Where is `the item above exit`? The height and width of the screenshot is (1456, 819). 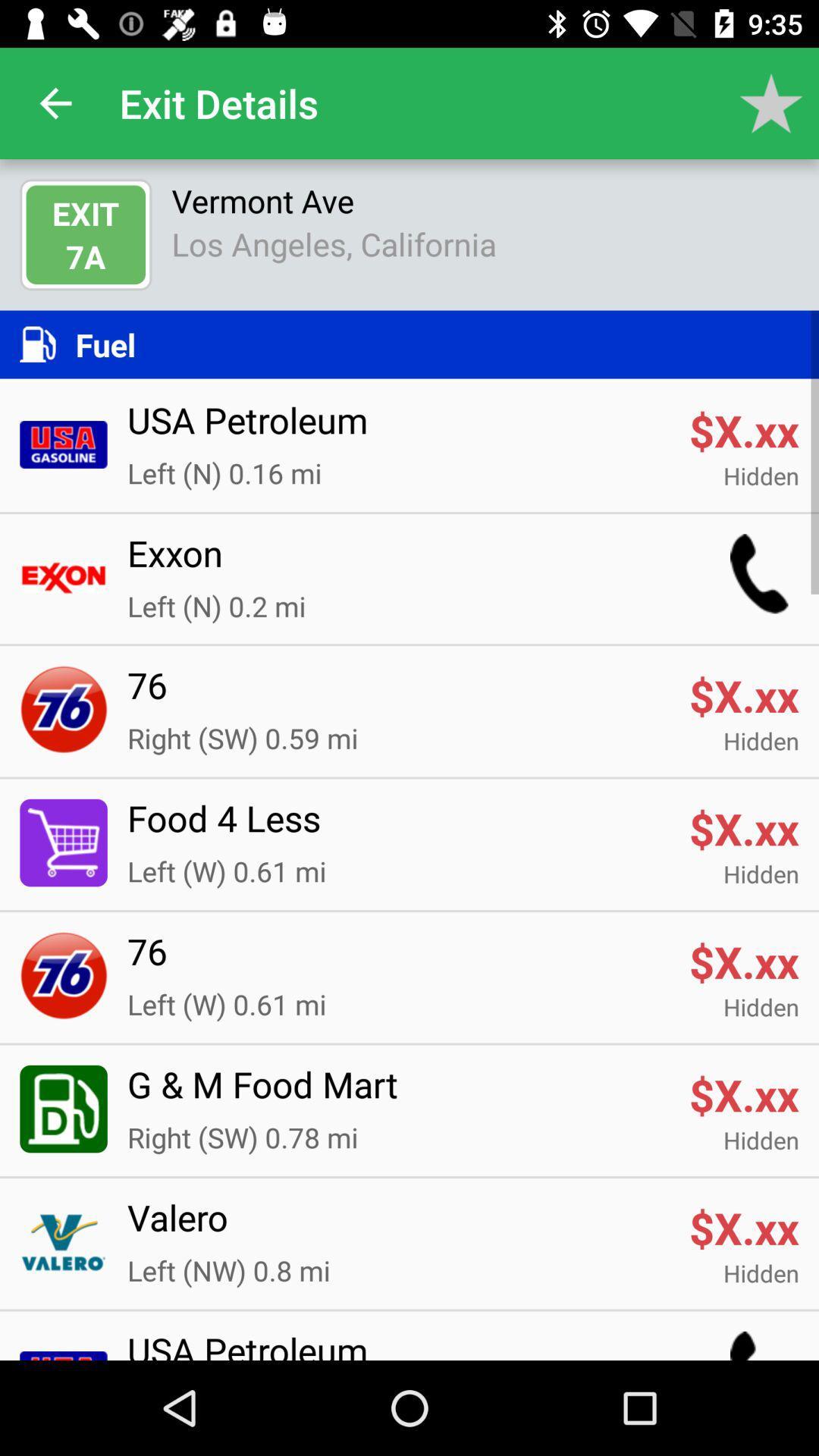 the item above exit is located at coordinates (55, 102).